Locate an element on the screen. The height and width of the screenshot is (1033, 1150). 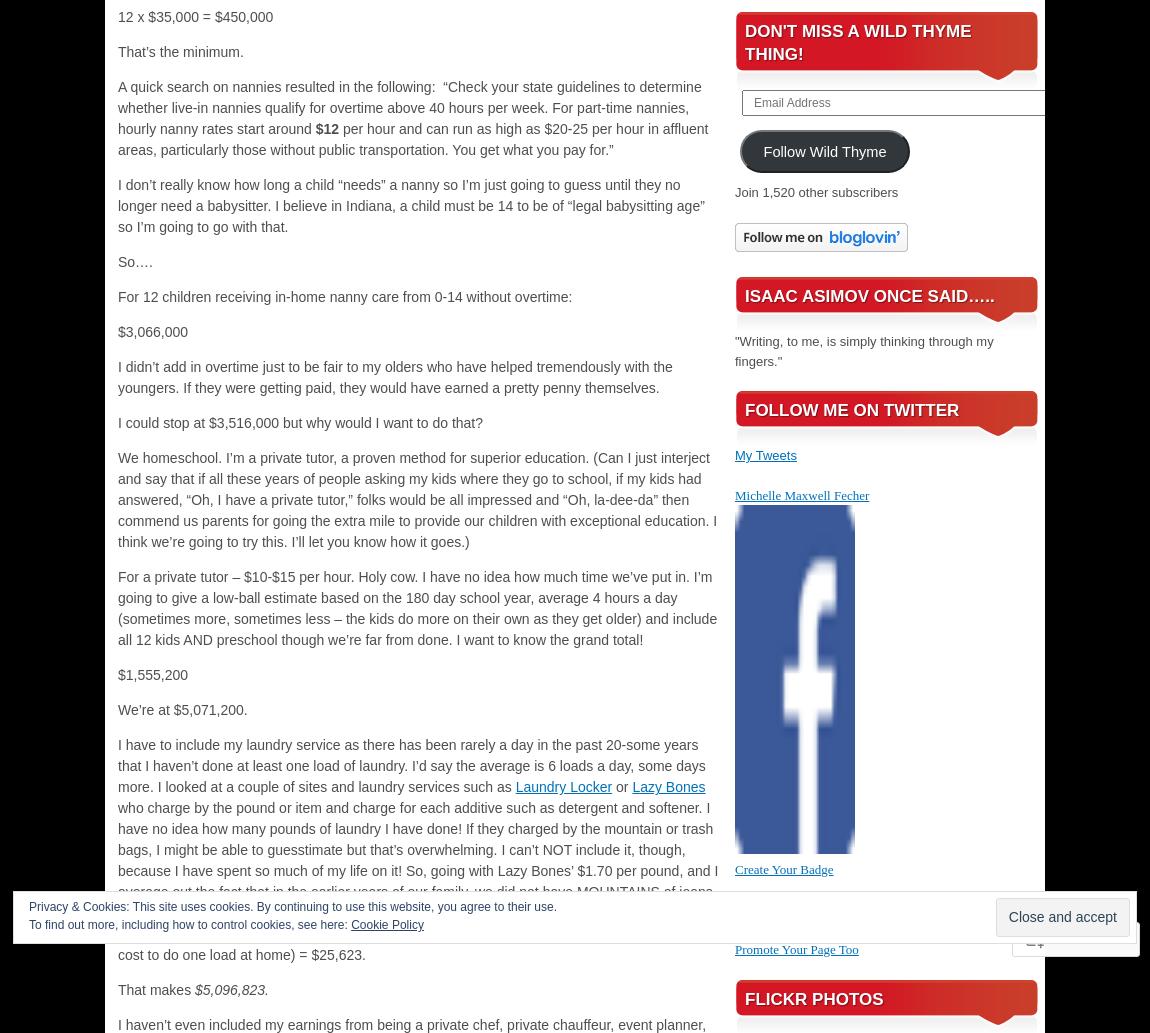
'We homeschool. I’m a private tutor, a proven method for superior education. (Can I just interject and say that if all these years of people asking my kids where they go to school, if my kids had answered, “Oh, I have a private tutor,” folks would be all impressed and “Oh, la-dee-da” then commend us parents for going the extra mile to provide our children with exceptional education. I think we’re going to try this. I’ll let you know how it goes.)' is located at coordinates (116, 499).